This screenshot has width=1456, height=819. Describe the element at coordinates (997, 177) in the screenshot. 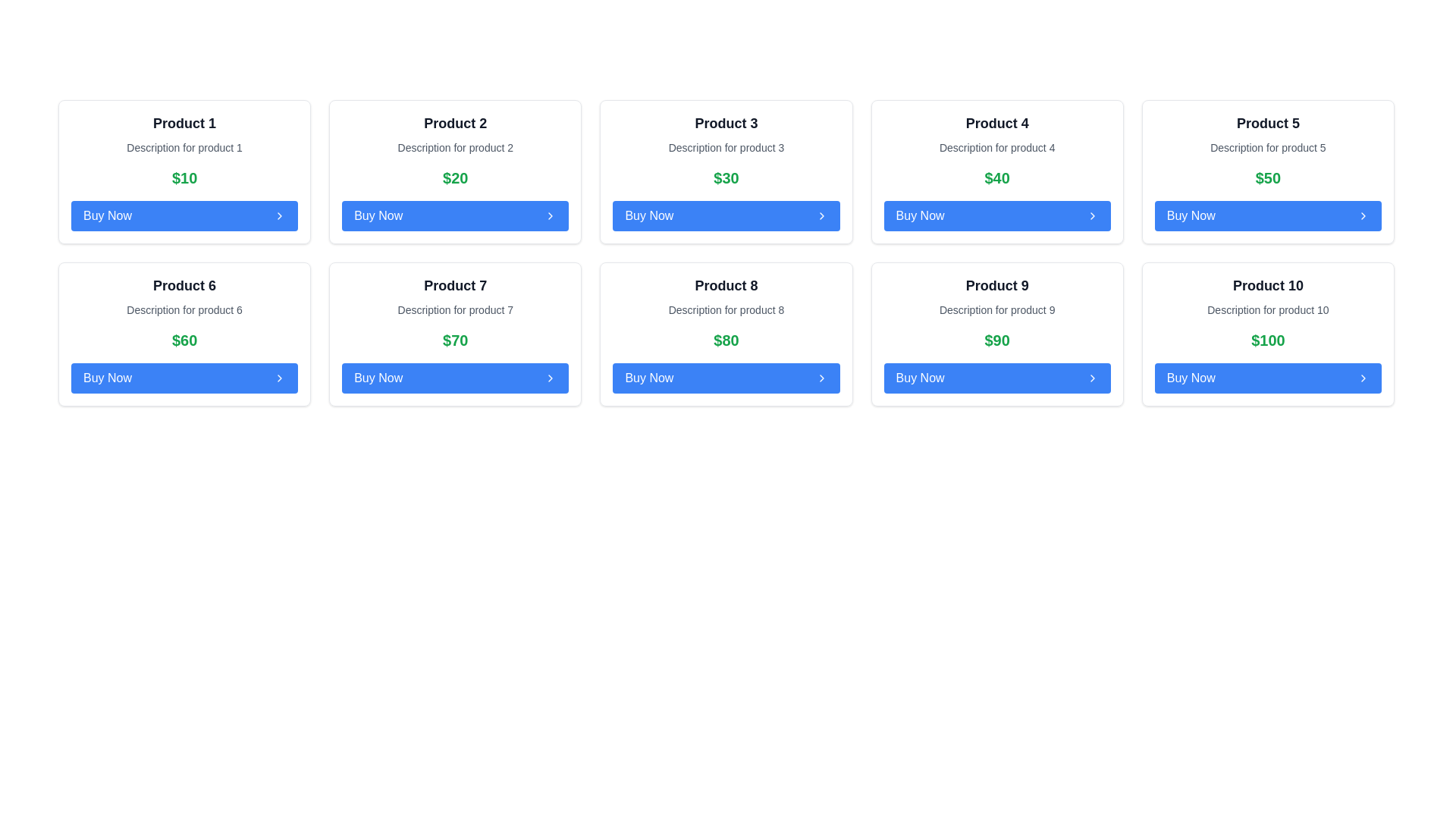

I see `the static text label displaying the price '$40' of 'Product 4', which is located in the product card above the 'Buy Now' button` at that location.